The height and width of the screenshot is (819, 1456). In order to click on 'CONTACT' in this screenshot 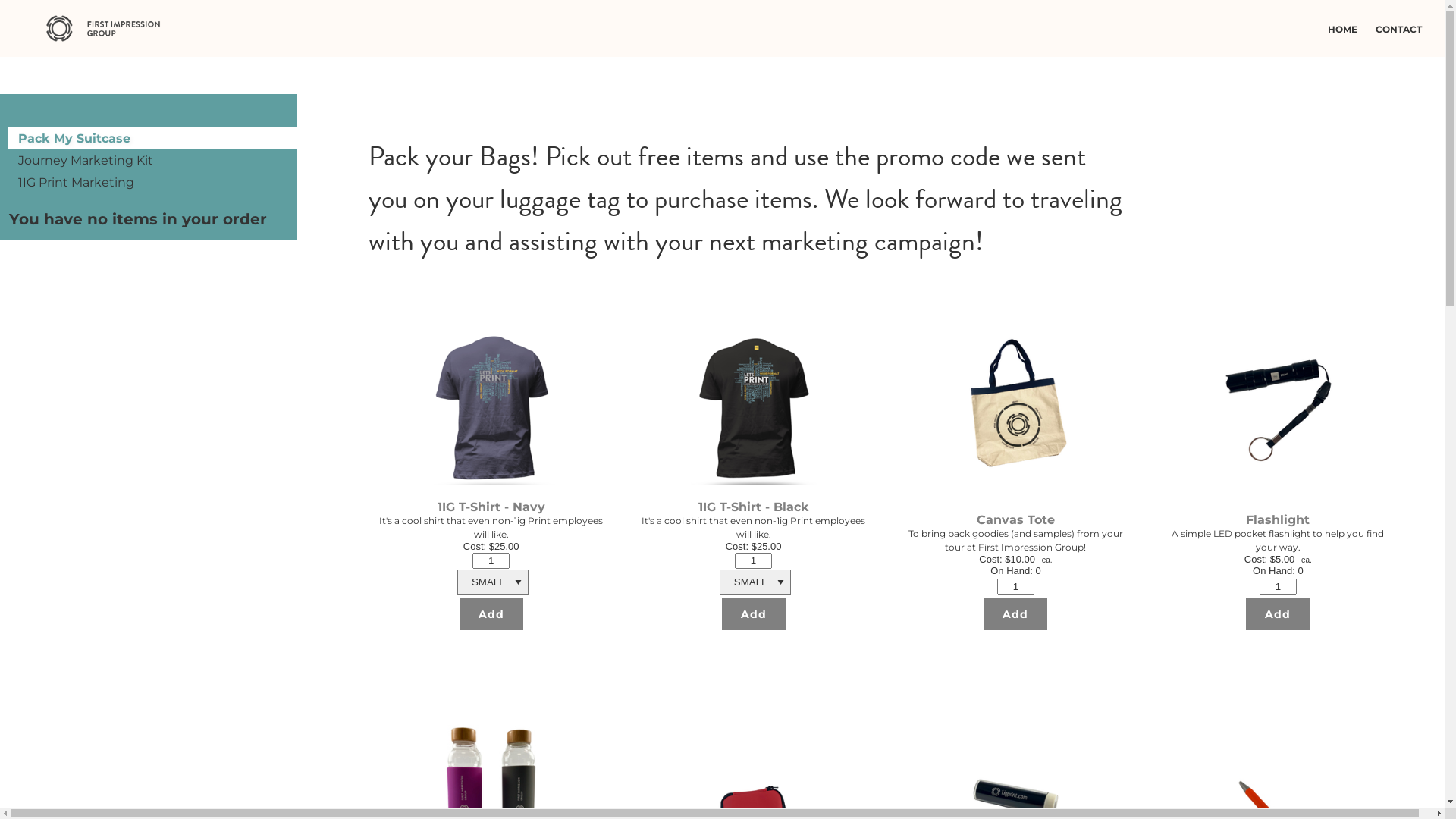, I will do `click(1401, 29)`.